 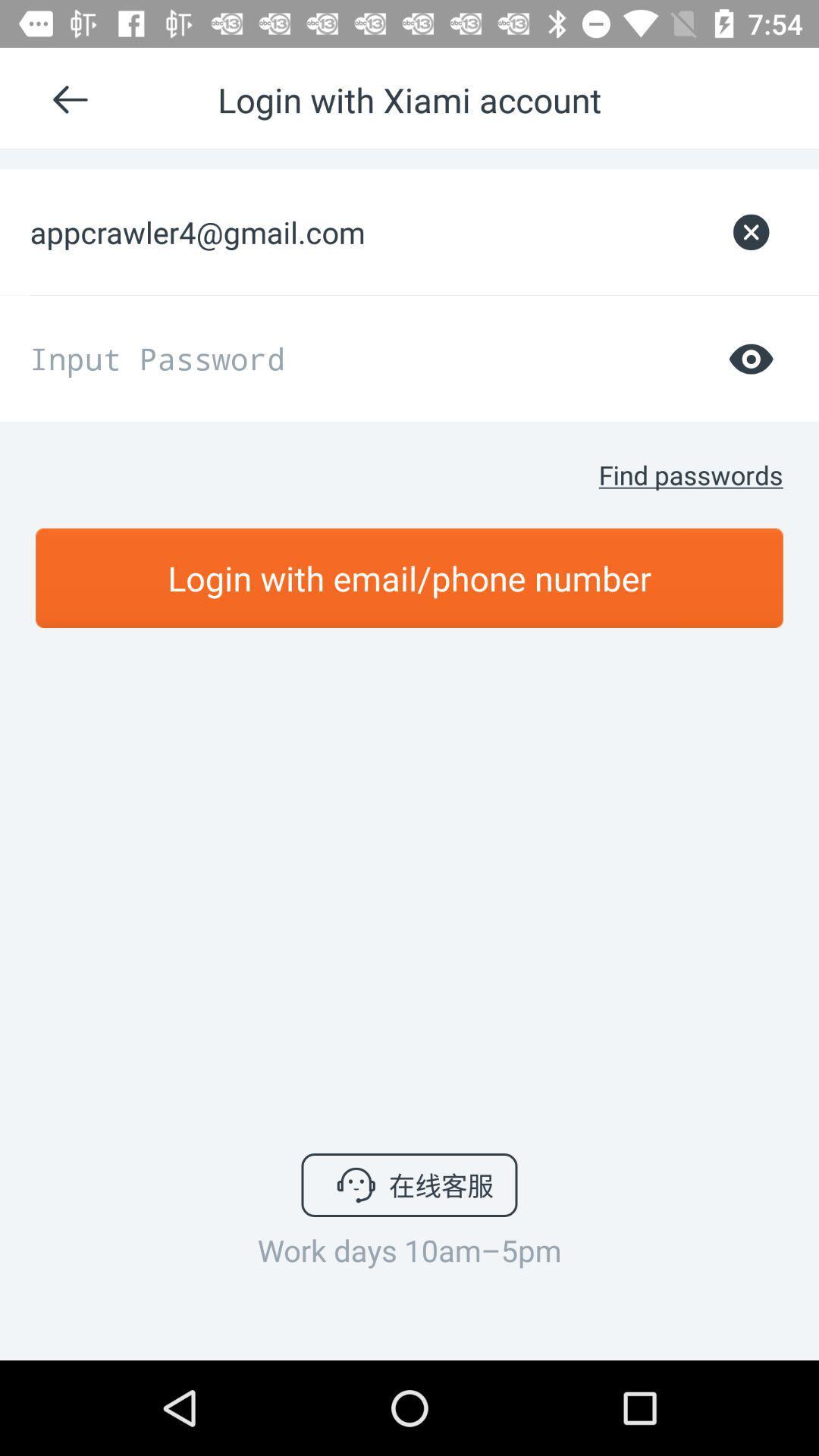 I want to click on the icon to the right of the appcrawler4@gmail.com icon, so click(x=751, y=231).